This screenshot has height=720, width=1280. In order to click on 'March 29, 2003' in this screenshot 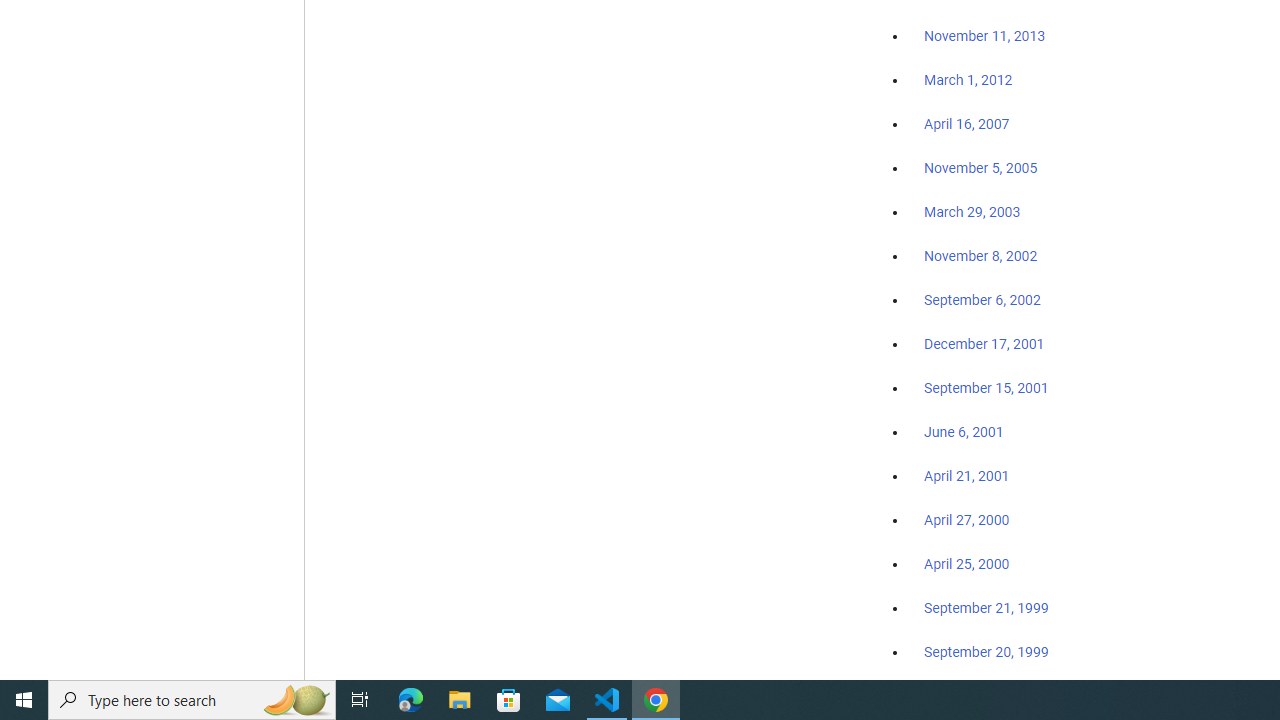, I will do `click(972, 212)`.